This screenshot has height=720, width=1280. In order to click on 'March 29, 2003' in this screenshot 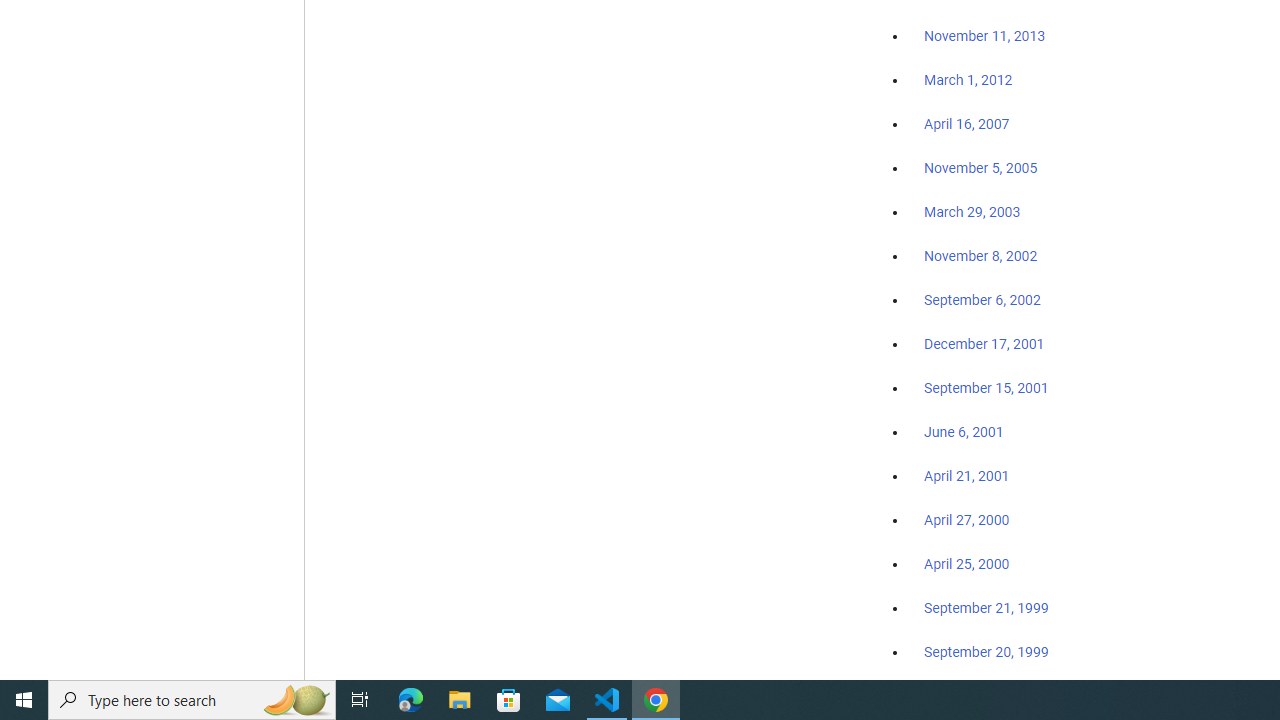, I will do `click(972, 212)`.